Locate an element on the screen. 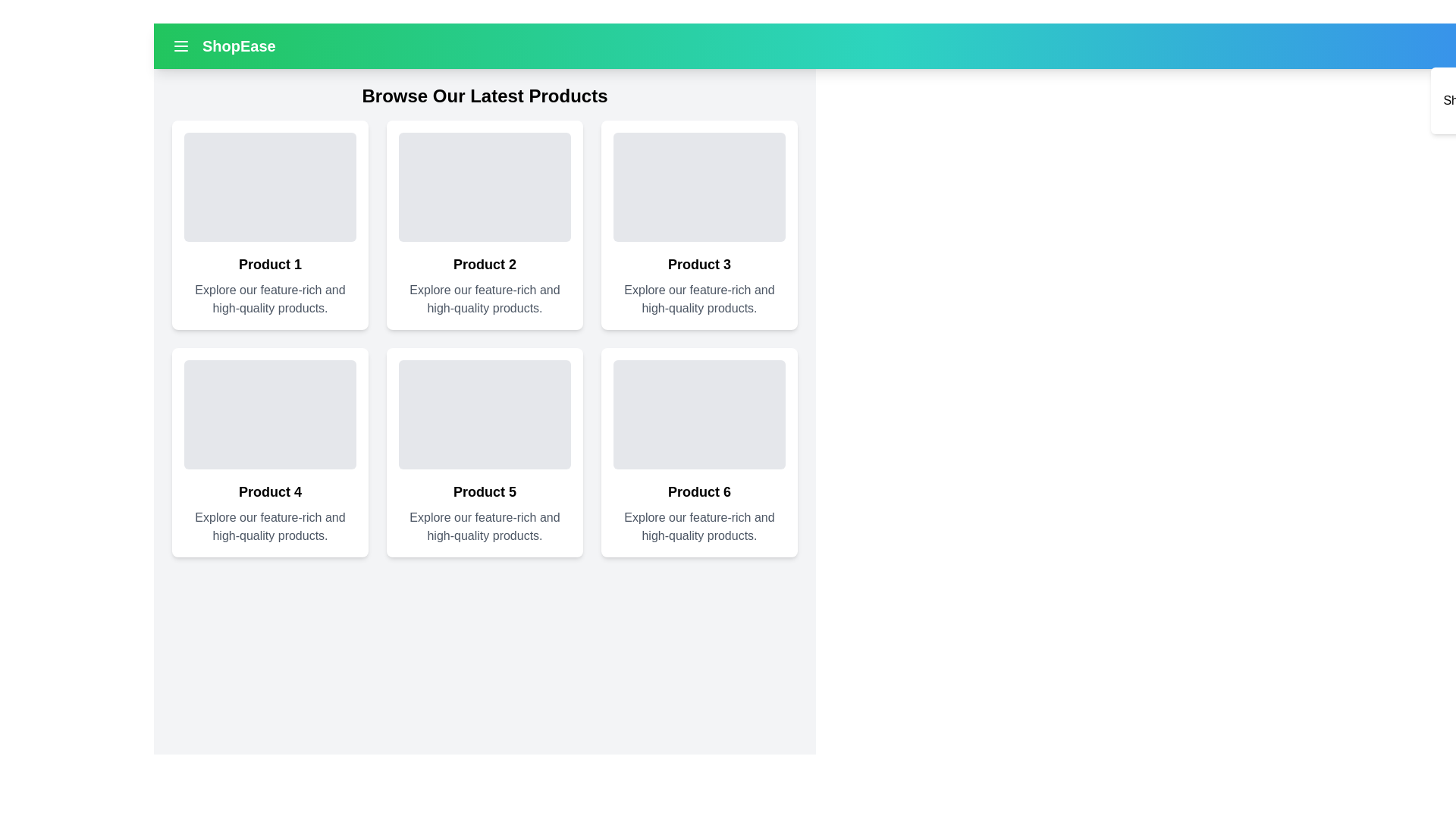 This screenshot has width=1456, height=819. the static text element displaying the message 'Explore our feature-rich and high-quality products.' located below the title 'Product 6' in the sixth card of the grid layout is located at coordinates (698, 526).